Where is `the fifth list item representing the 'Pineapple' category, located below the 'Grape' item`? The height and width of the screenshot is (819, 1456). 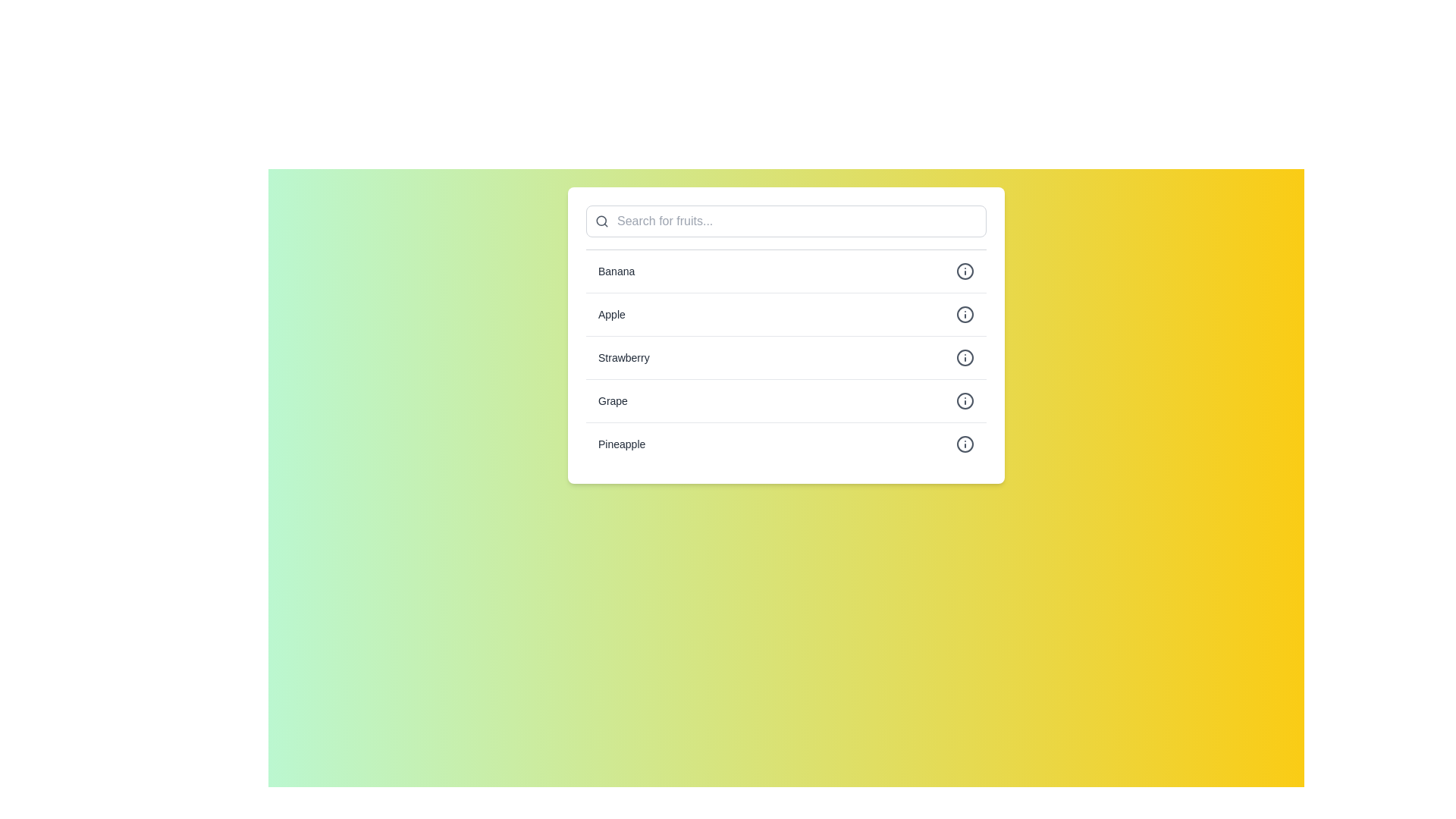
the fifth list item representing the 'Pineapple' category, located below the 'Grape' item is located at coordinates (786, 444).